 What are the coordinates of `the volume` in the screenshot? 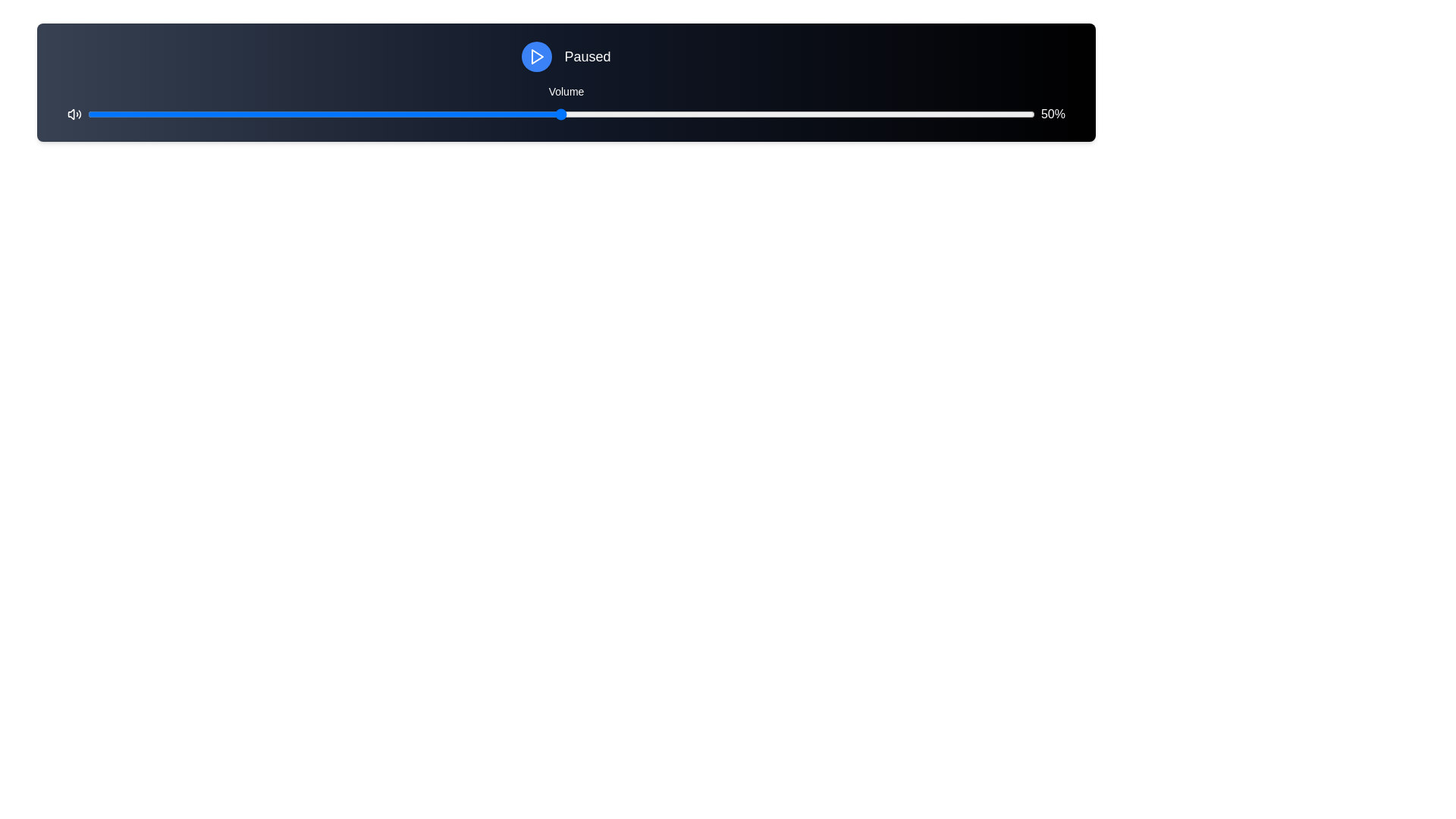 It's located at (560, 113).